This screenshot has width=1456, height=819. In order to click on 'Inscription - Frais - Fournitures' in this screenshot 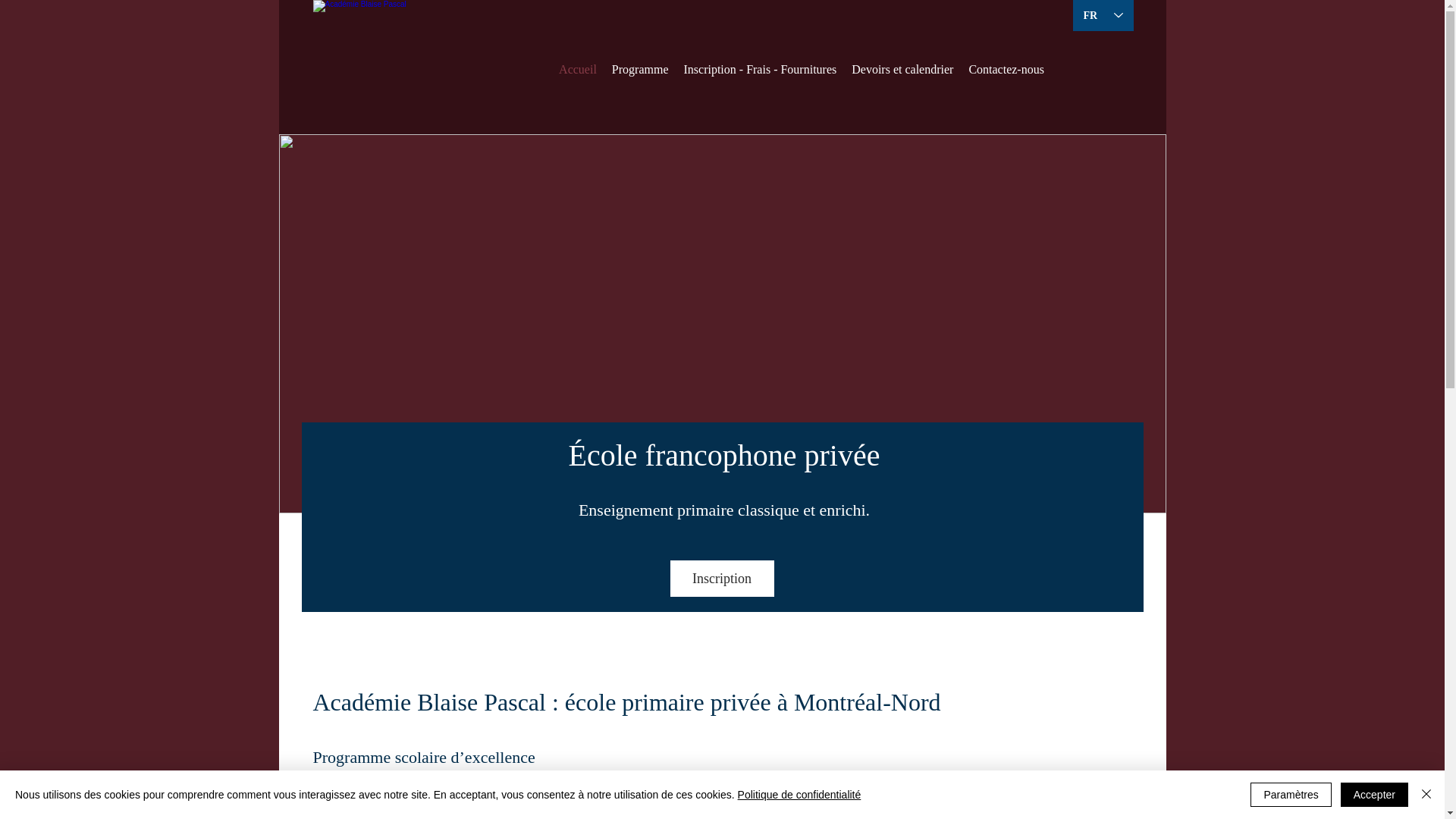, I will do `click(760, 69)`.